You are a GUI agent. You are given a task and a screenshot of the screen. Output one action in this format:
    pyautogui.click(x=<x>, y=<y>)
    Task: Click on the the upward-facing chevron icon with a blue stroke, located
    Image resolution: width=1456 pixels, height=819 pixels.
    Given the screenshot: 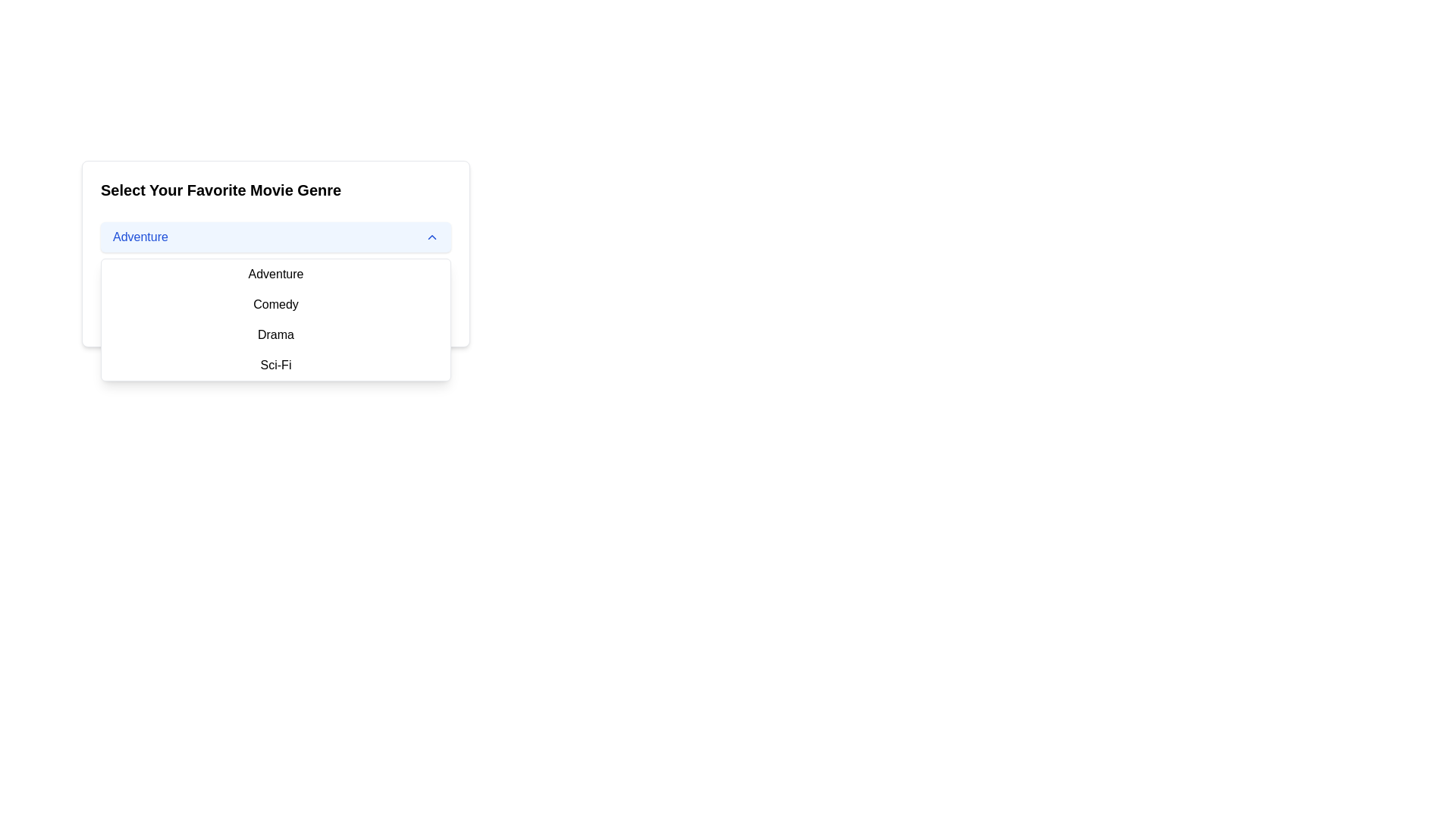 What is the action you would take?
    pyautogui.click(x=431, y=237)
    